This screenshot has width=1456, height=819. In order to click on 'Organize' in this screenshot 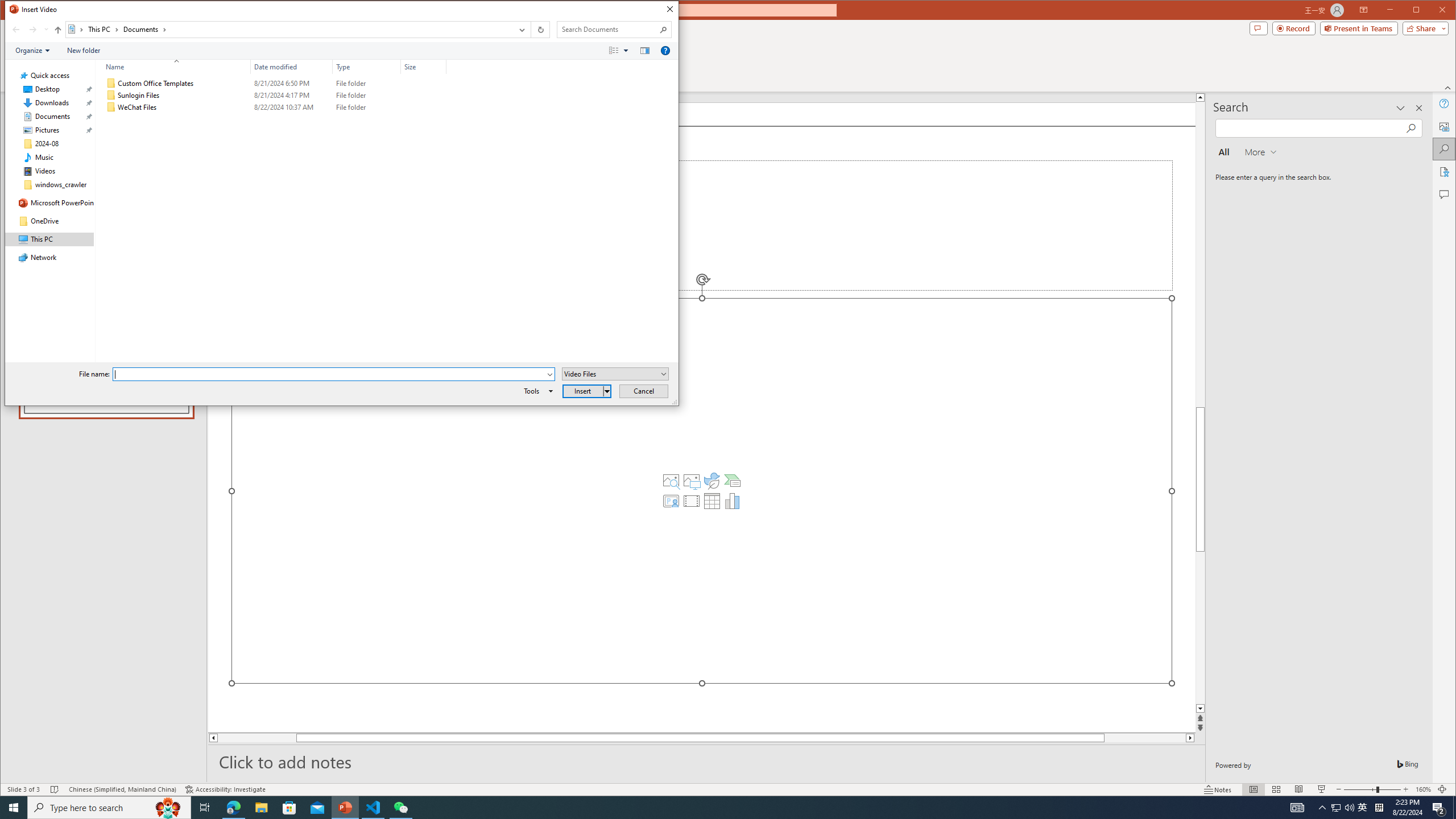, I will do `click(32, 50)`.